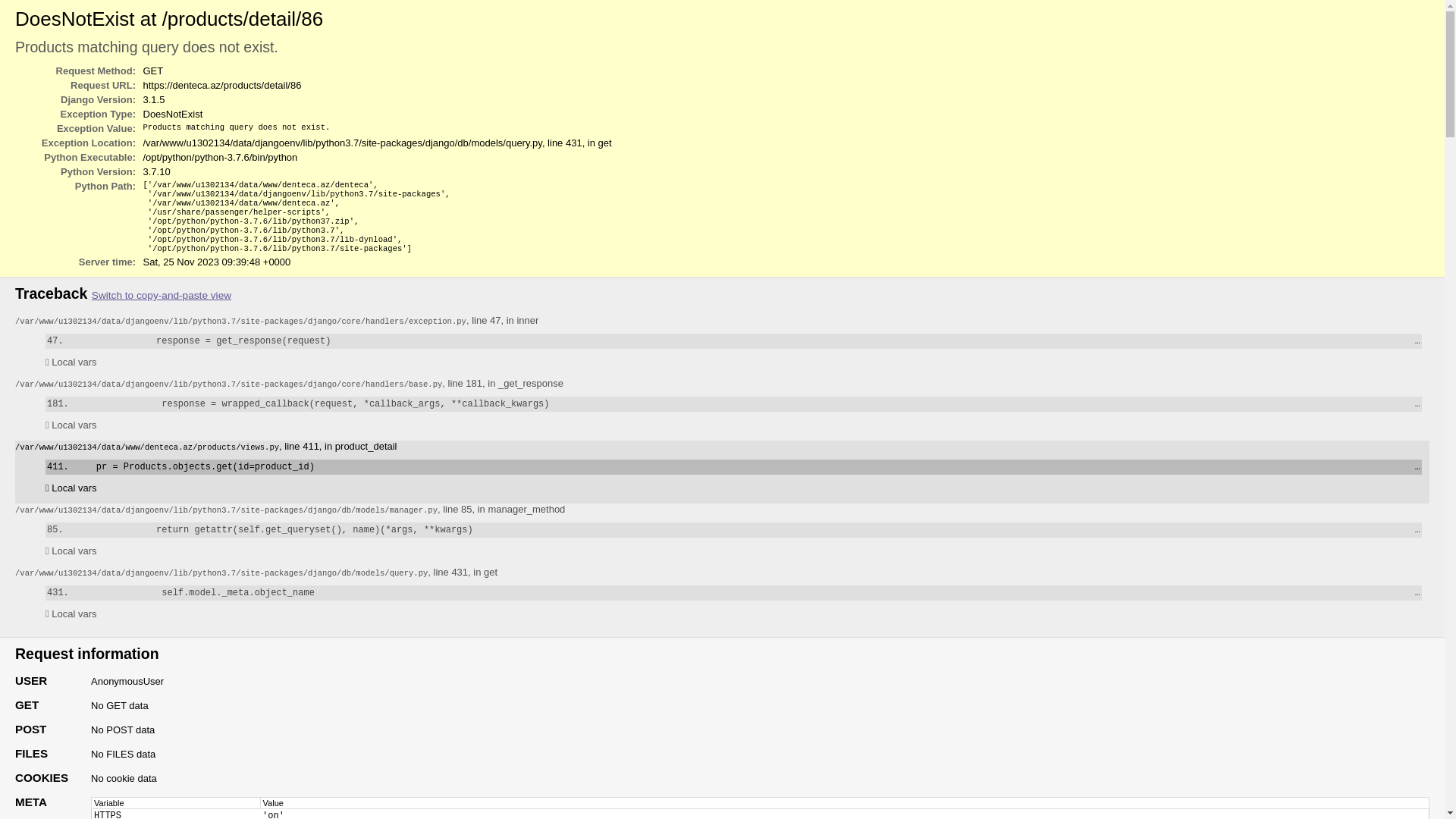 The height and width of the screenshot is (819, 1456). I want to click on 'Switch to copy-and-paste view', so click(161, 295).